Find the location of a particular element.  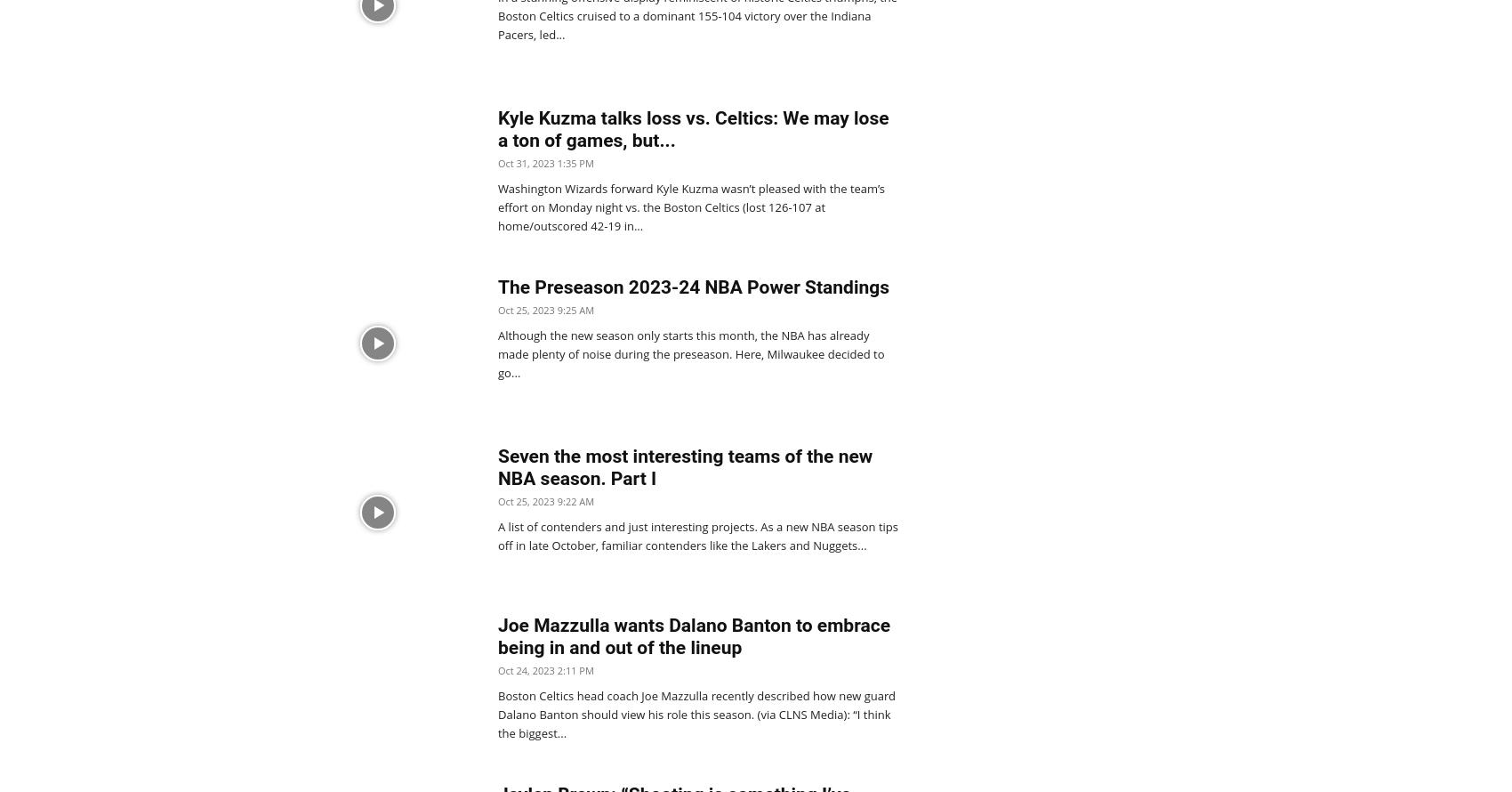

'Oct 24, 2023 2:11 PM' is located at coordinates (544, 670).